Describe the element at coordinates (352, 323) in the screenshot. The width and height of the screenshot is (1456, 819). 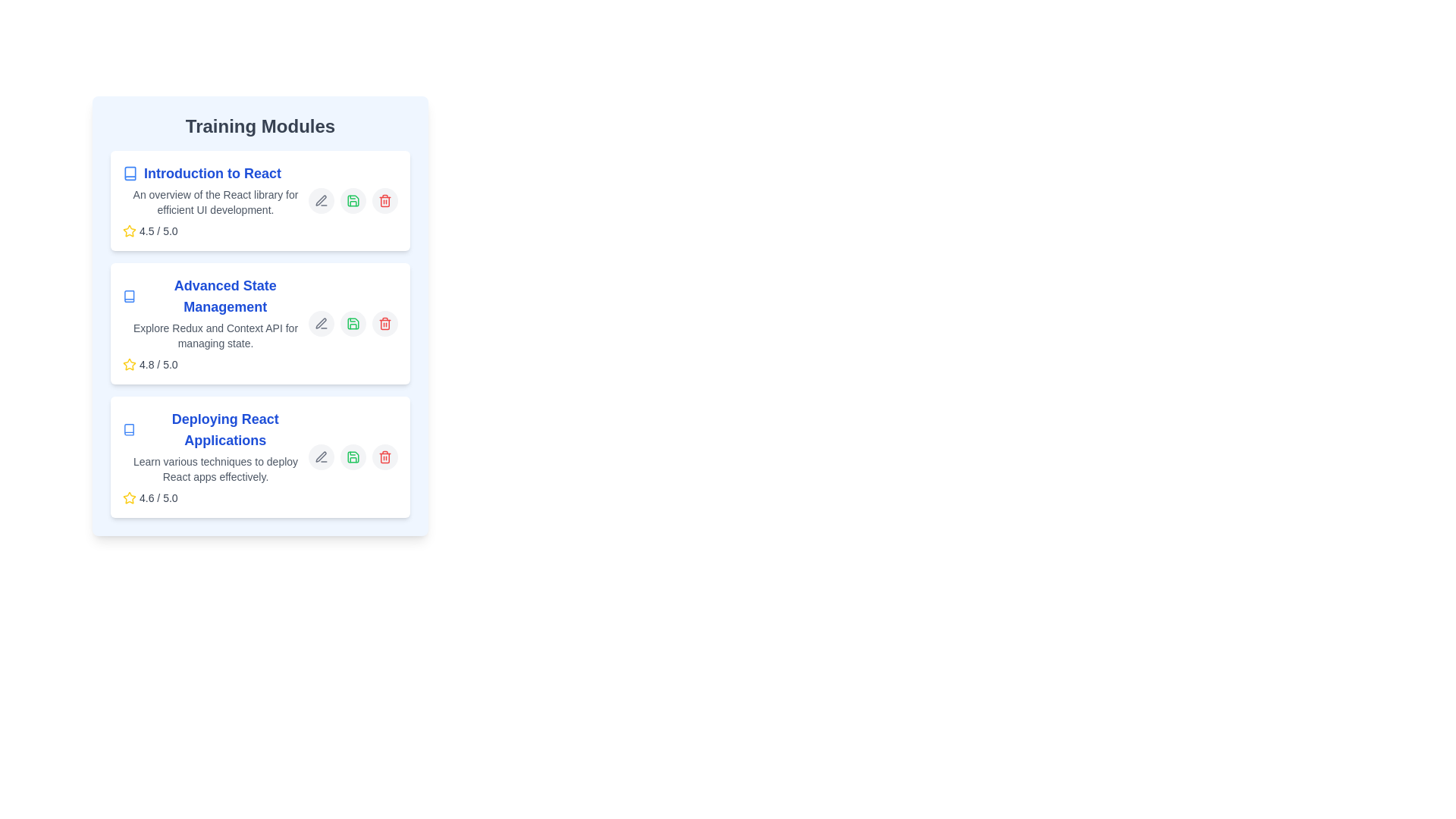
I see `the green save icon button, represented by a floppy disk, located in the third row of the 'Training Modules' section, to the right of the 'Advanced State Management' module card` at that location.